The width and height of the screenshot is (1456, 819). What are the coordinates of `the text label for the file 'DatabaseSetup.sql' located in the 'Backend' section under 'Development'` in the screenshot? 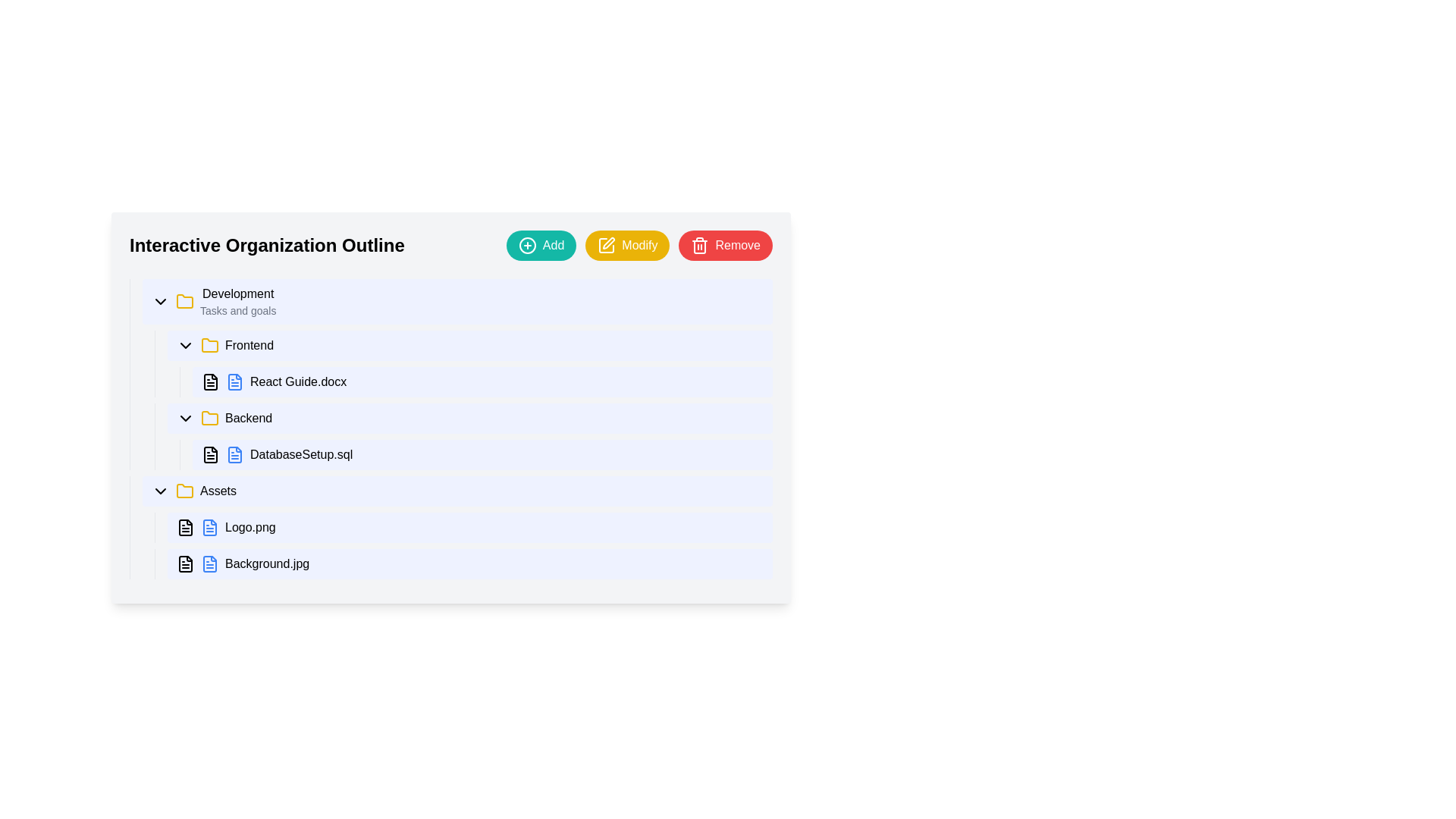 It's located at (301, 454).